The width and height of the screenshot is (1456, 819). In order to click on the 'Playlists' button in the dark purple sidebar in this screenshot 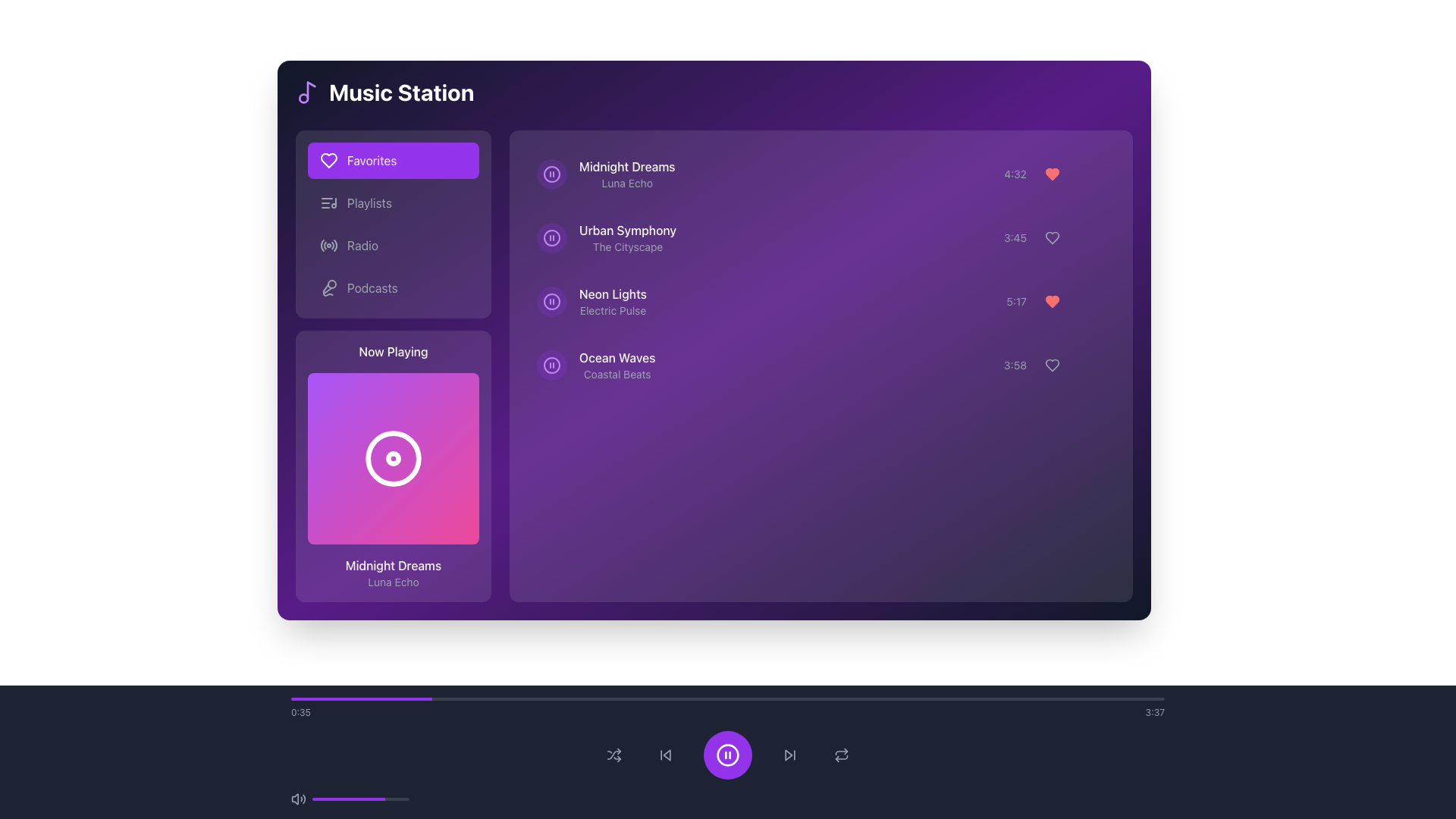, I will do `click(393, 202)`.